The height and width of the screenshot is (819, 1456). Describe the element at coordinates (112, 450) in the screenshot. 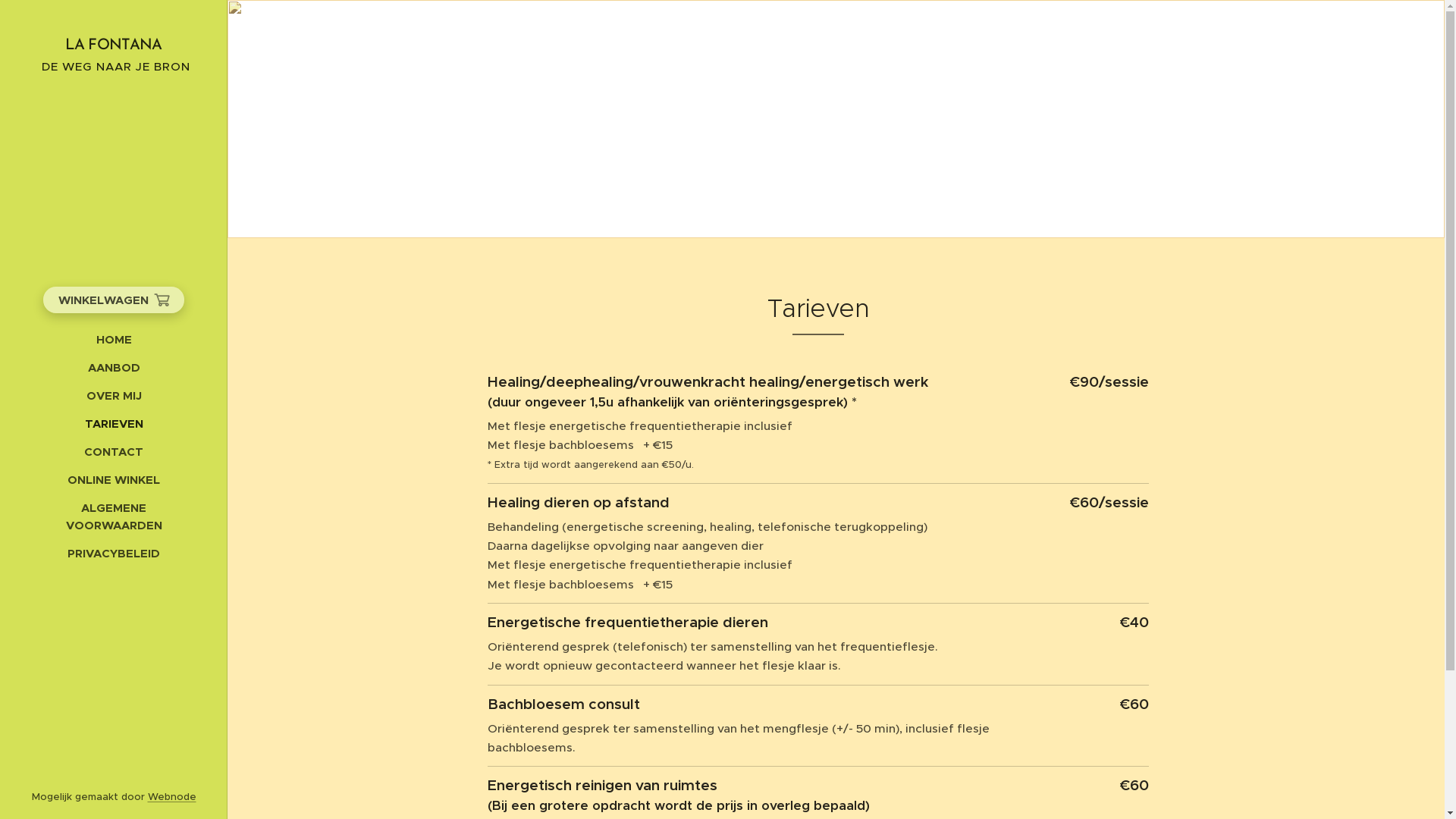

I see `'CONTACT'` at that location.